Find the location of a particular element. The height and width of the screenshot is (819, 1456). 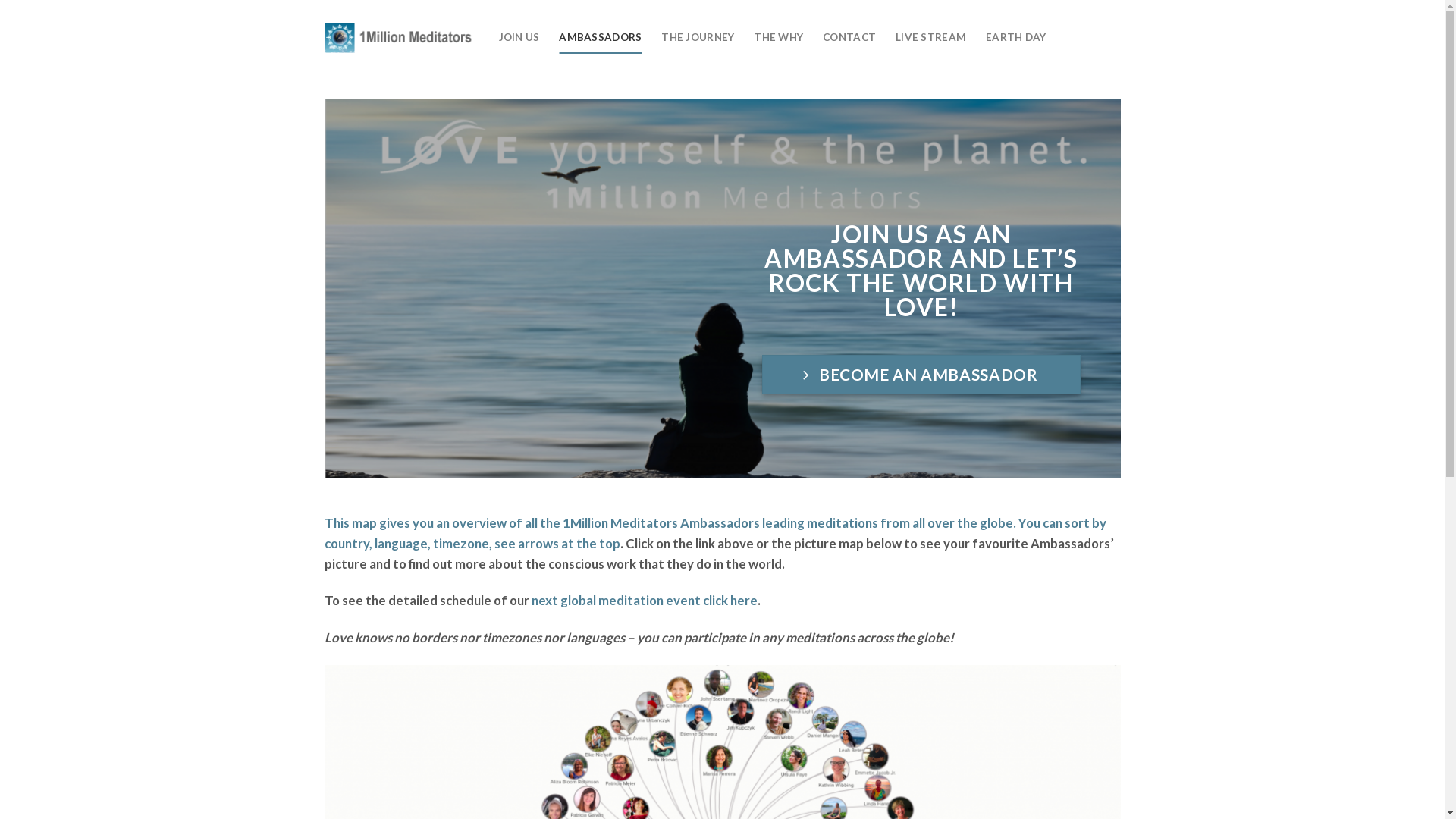

'THE WHY' is located at coordinates (778, 37).